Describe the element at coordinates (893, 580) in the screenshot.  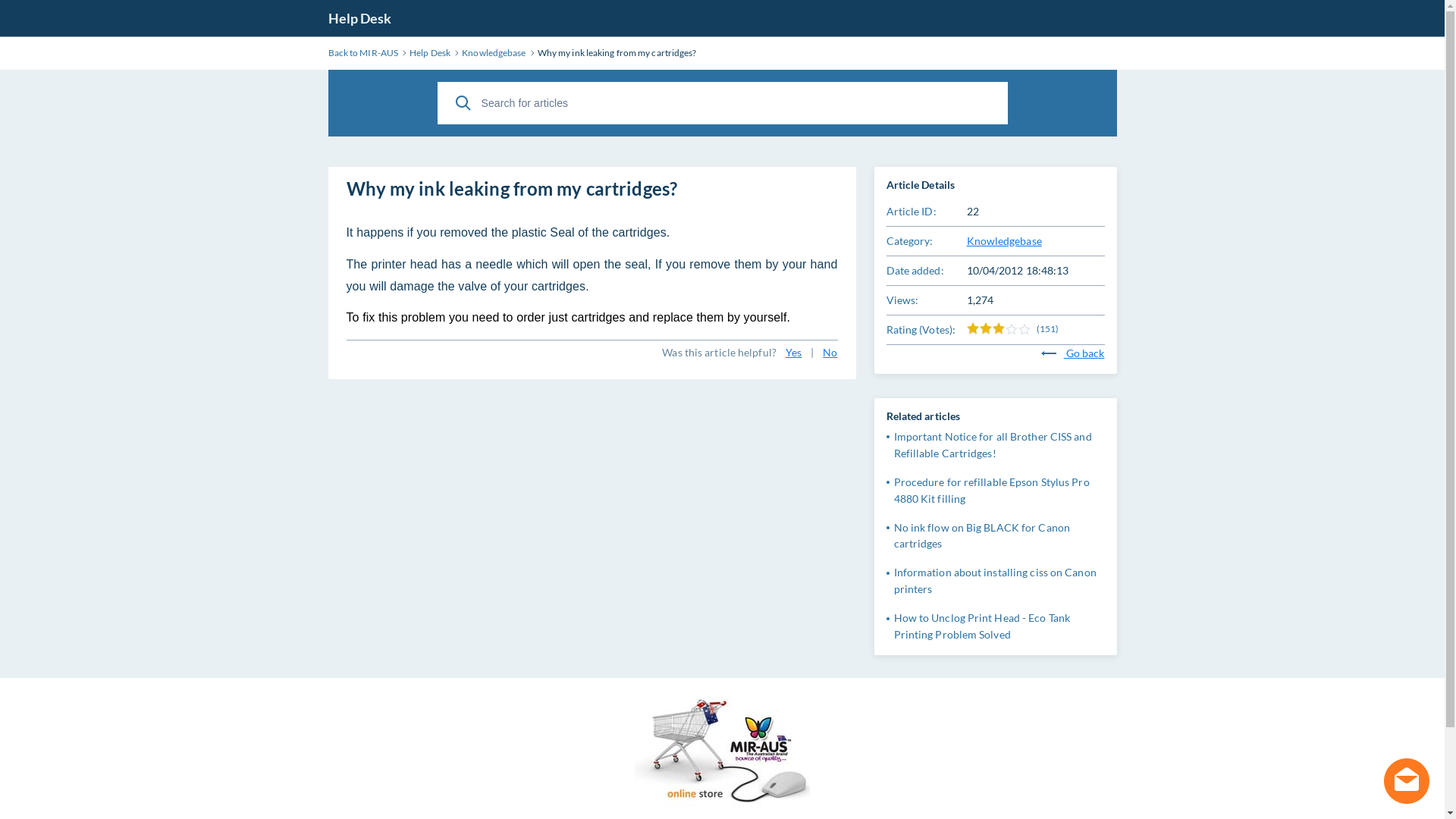
I see `'Information about installing ciss on Canon printers'` at that location.